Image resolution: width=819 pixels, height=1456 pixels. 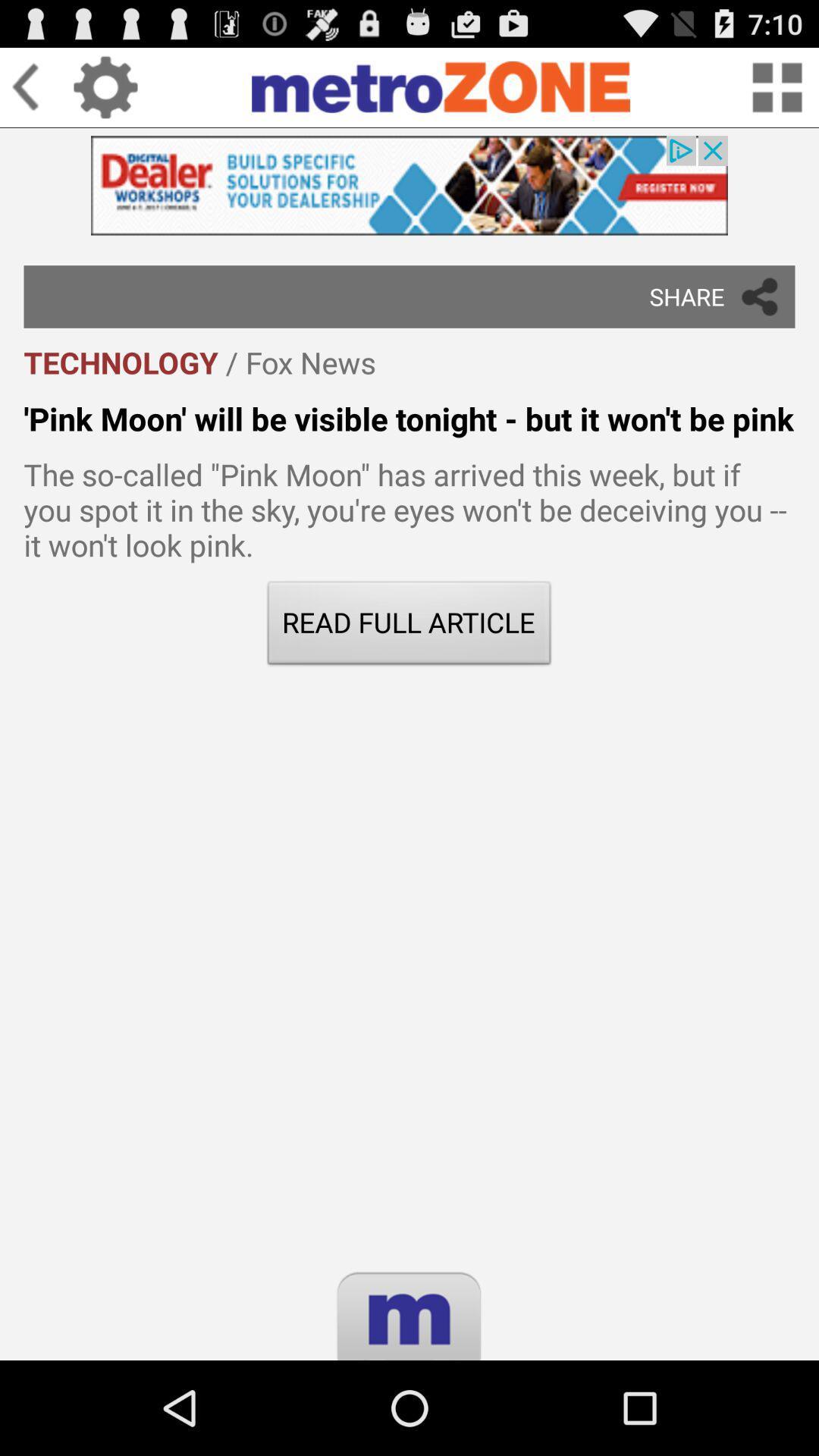 I want to click on the dashboard icon, so click(x=777, y=93).